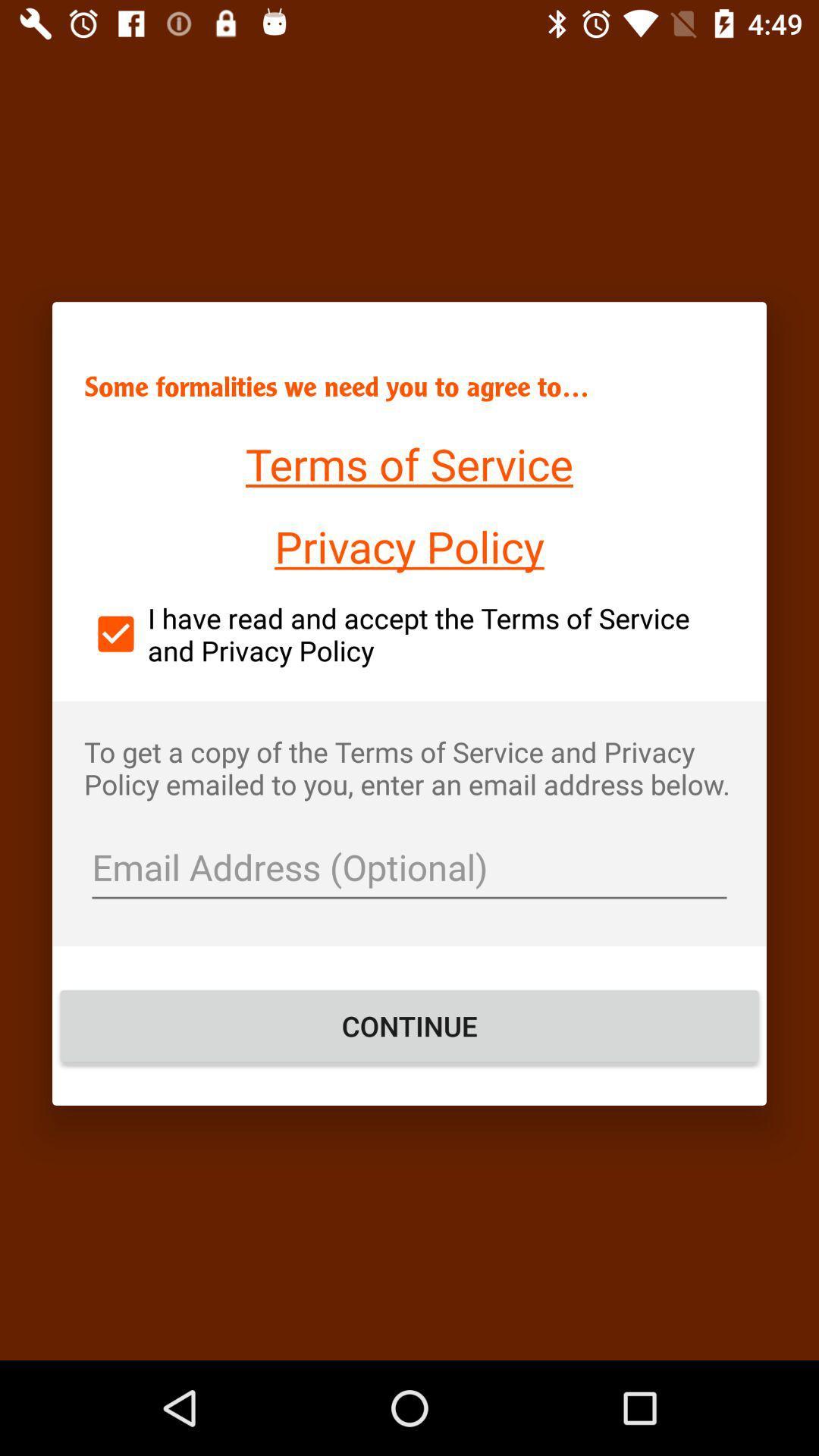 Image resolution: width=819 pixels, height=1456 pixels. What do you see at coordinates (409, 869) in the screenshot?
I see `the item above the continue` at bounding box center [409, 869].